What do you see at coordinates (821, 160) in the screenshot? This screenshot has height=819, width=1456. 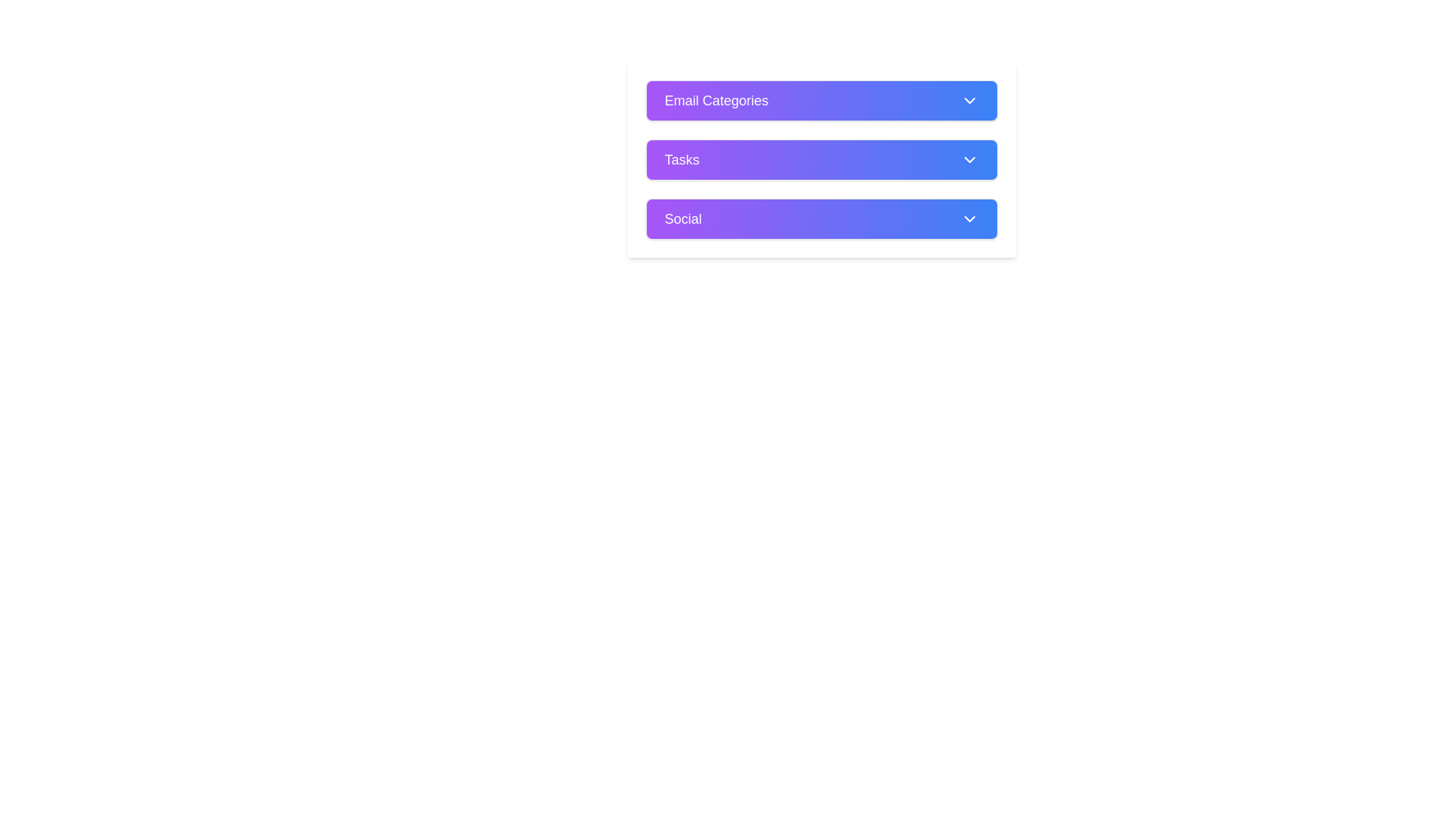 I see `the 'Tasks' button with a gradient background using keyboard navigation to focus on it` at bounding box center [821, 160].